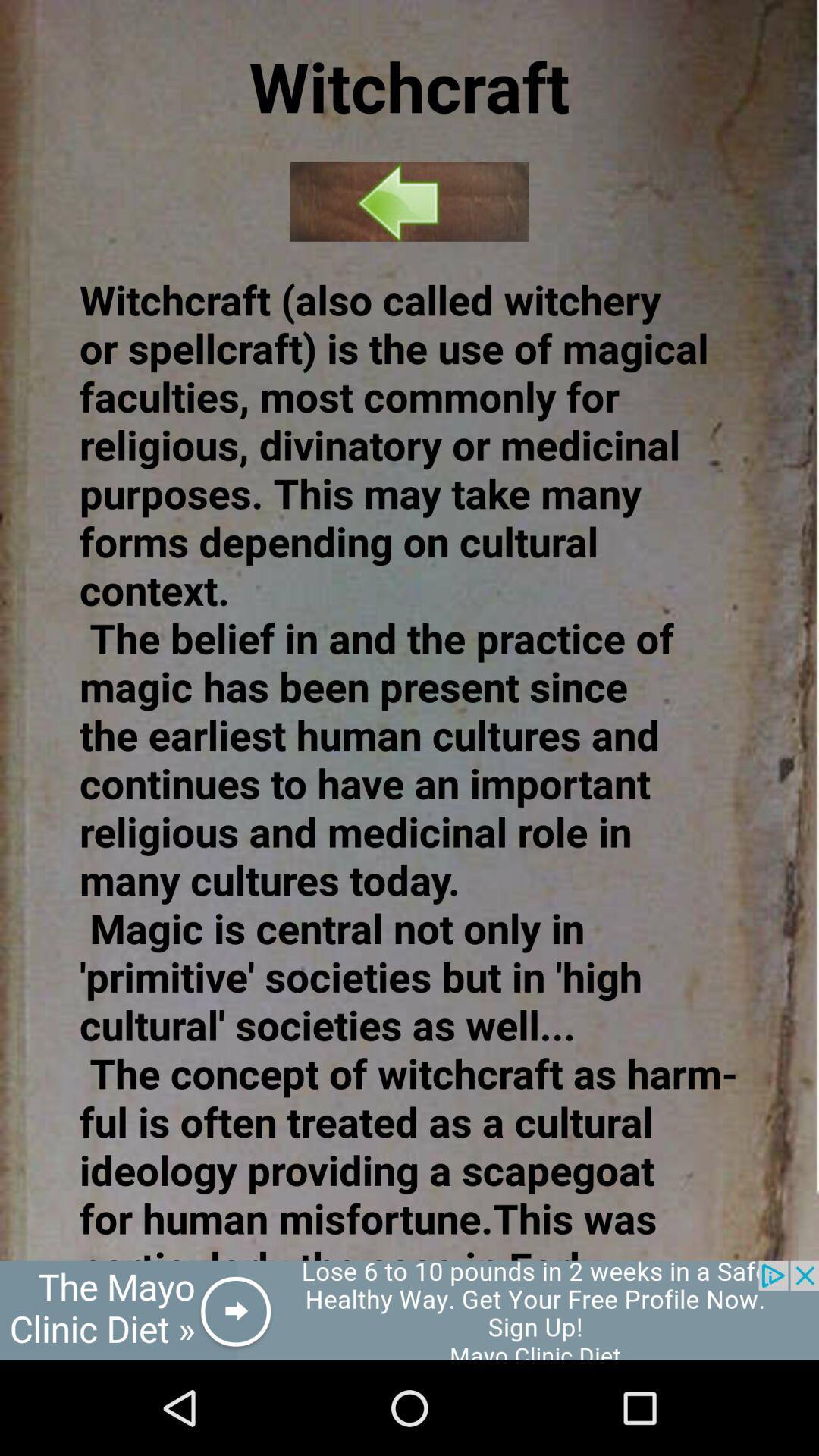 This screenshot has width=819, height=1456. What do you see at coordinates (409, 1310) in the screenshot?
I see `sign up to advertiser` at bounding box center [409, 1310].